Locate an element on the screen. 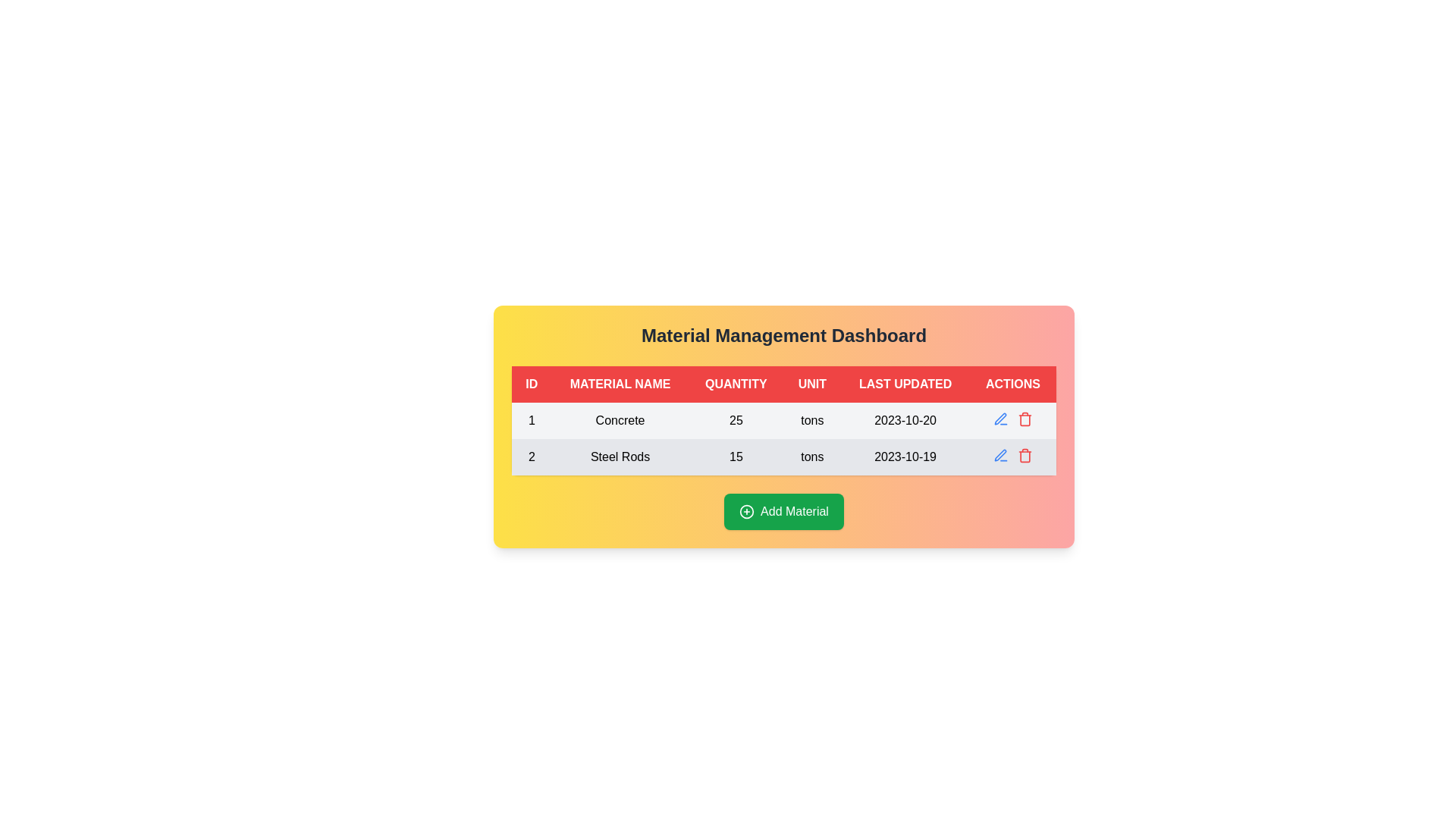  the SVG Circle that represents the plus icon in the 'Add Material' button, located at the bottom center of the interface is located at coordinates (747, 512).